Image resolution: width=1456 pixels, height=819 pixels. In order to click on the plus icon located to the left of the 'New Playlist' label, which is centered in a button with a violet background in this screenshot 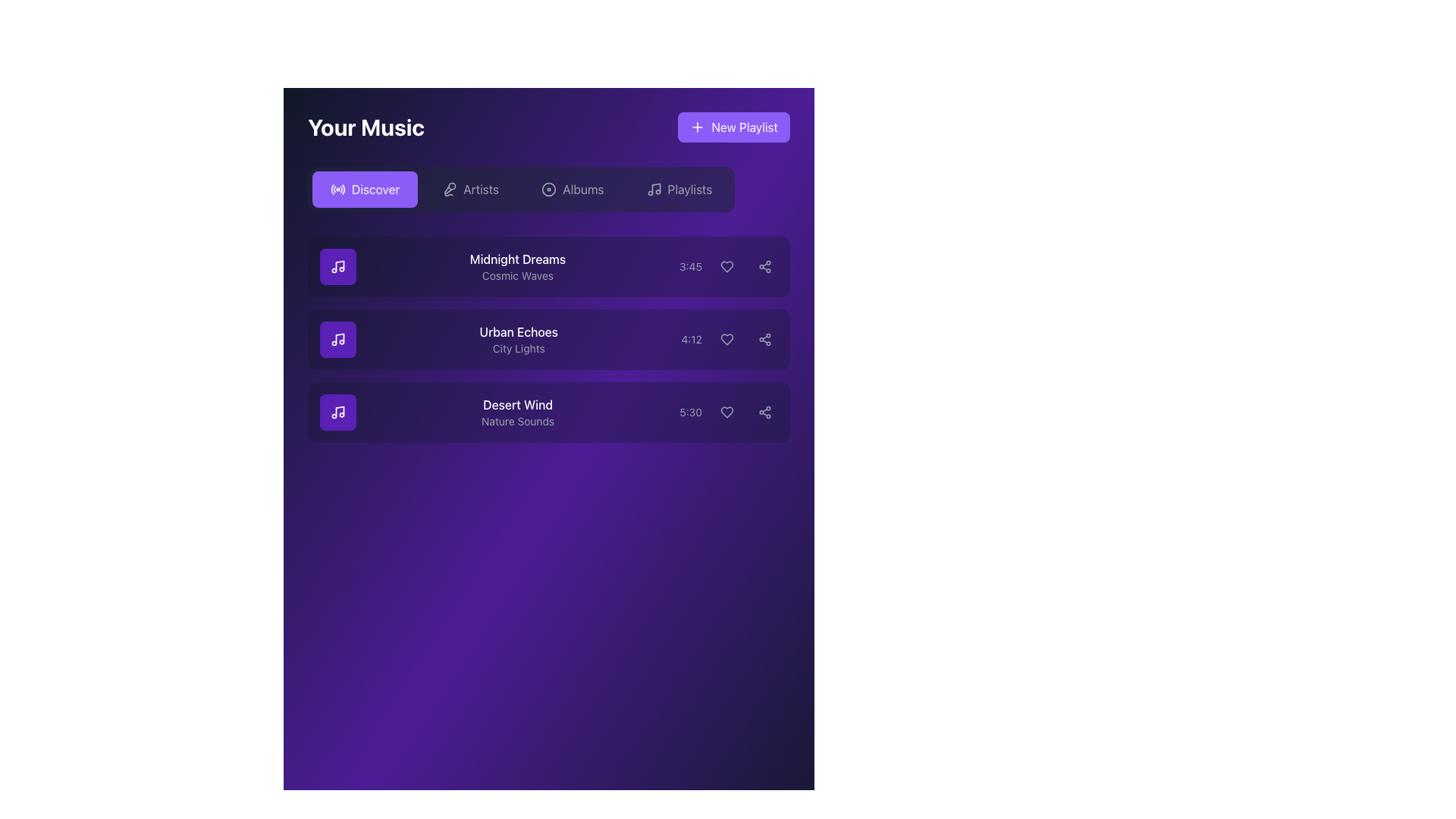, I will do `click(697, 127)`.